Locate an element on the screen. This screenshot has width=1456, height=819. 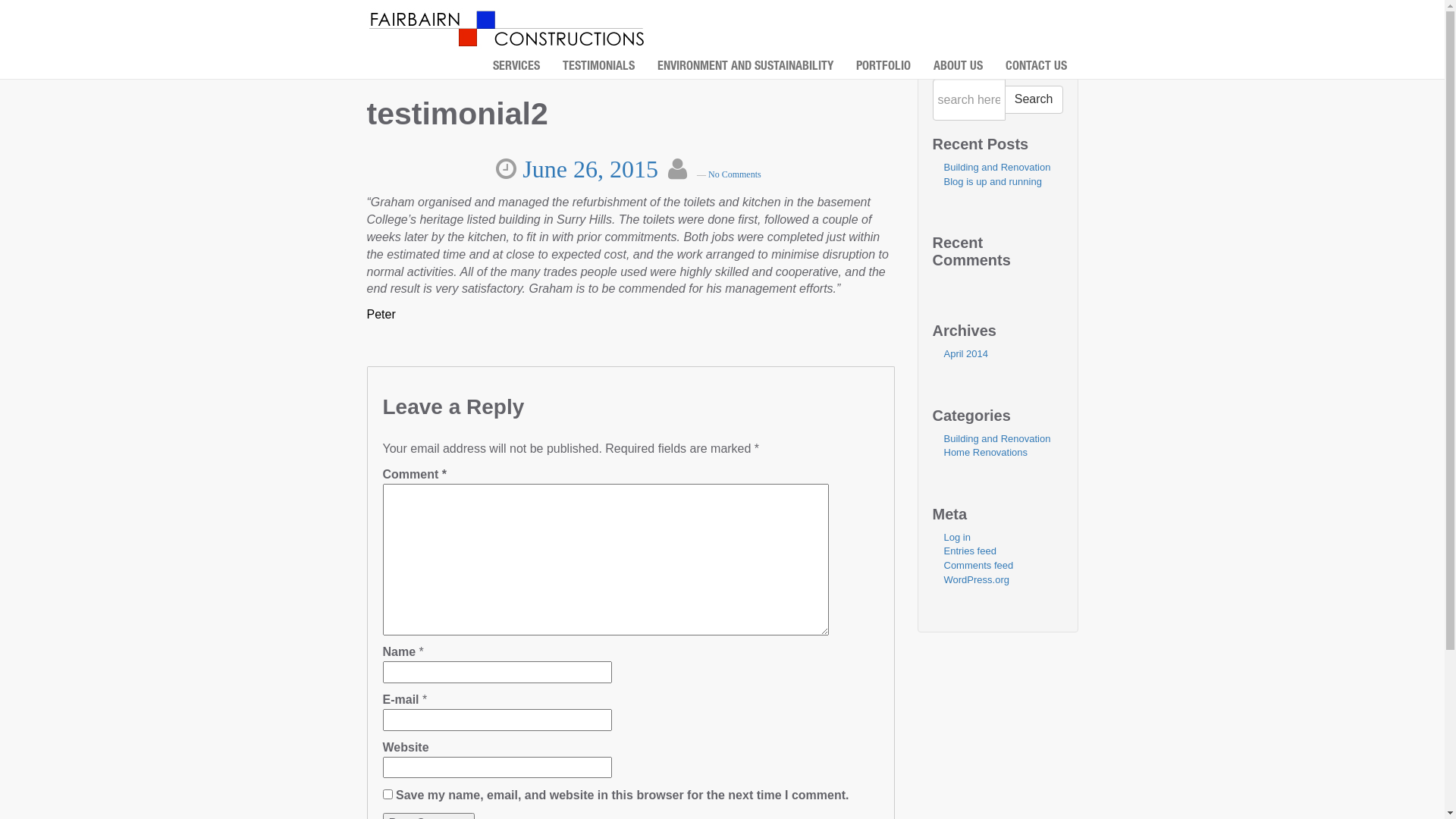
'SERVICES' is located at coordinates (516, 66).